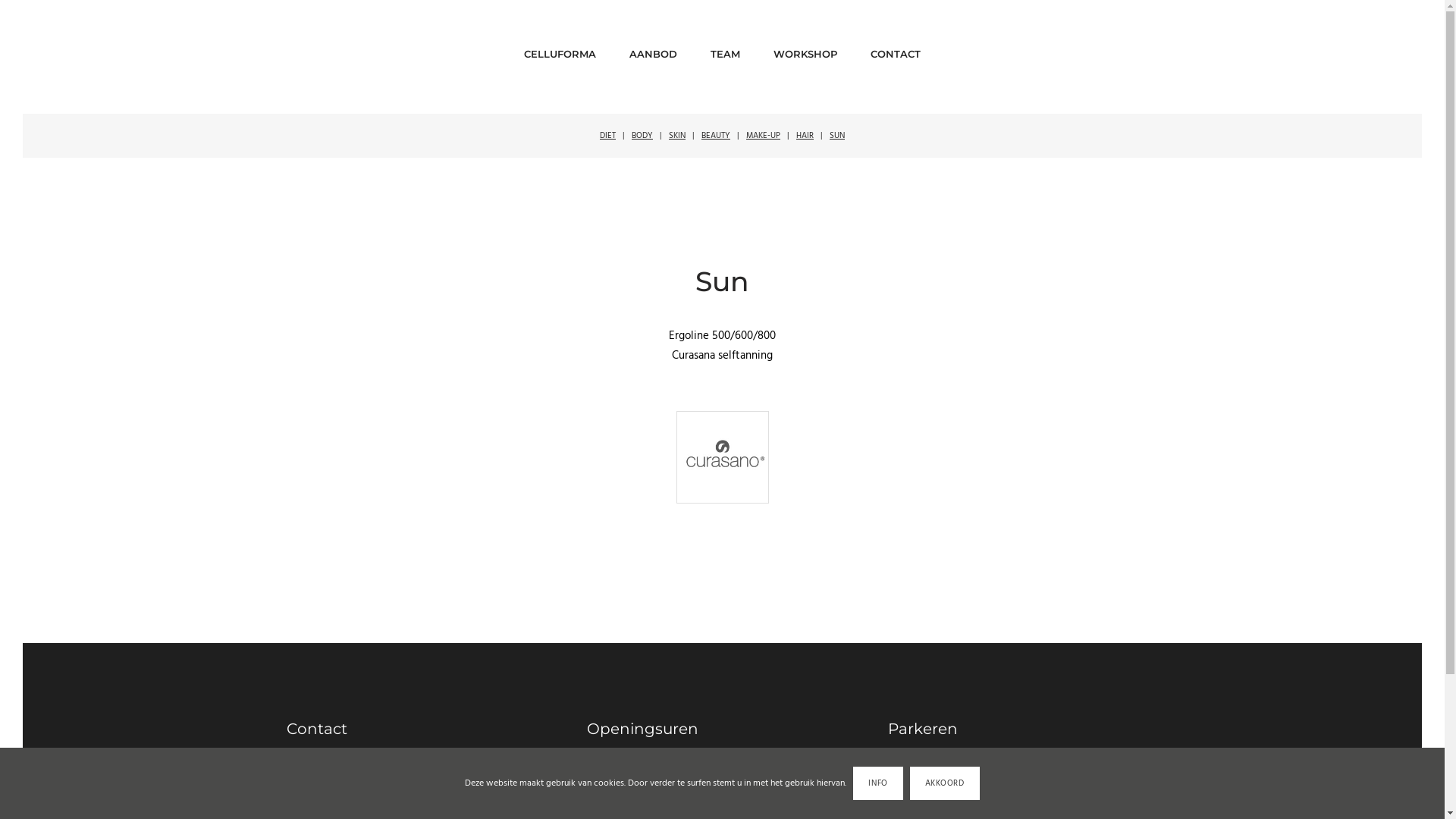 The height and width of the screenshot is (819, 1456). What do you see at coordinates (653, 49) in the screenshot?
I see `'AANBOD'` at bounding box center [653, 49].